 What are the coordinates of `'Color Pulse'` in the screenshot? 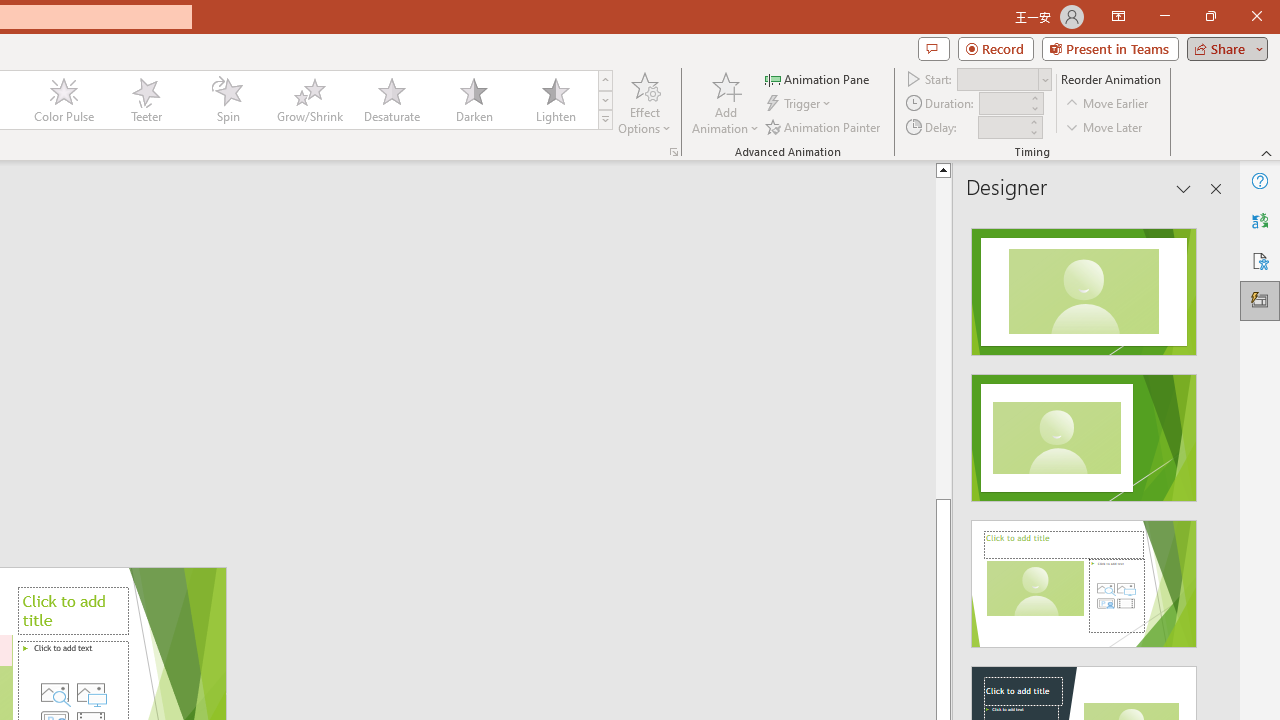 It's located at (64, 100).